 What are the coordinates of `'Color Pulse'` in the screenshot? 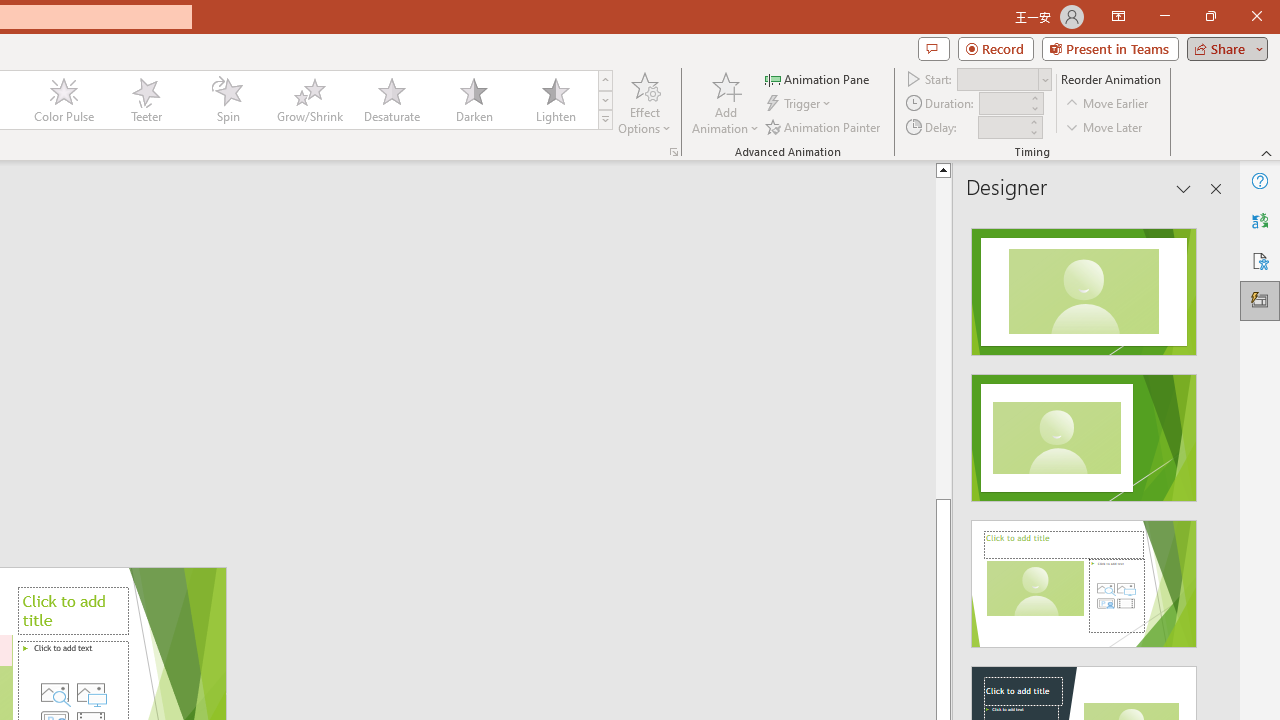 It's located at (64, 100).